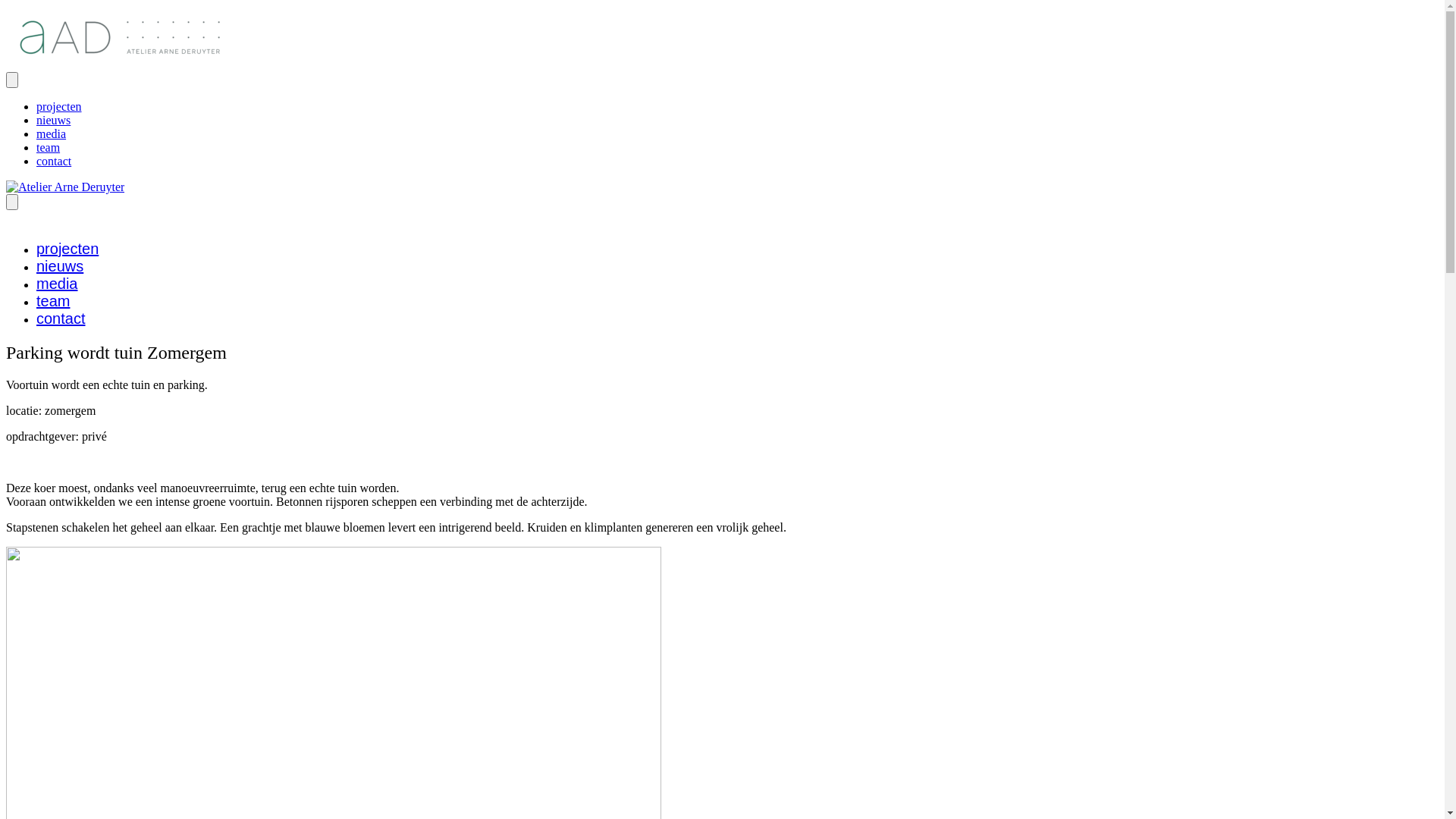 Image resolution: width=1456 pixels, height=819 pixels. I want to click on 'nieuws', so click(59, 265).